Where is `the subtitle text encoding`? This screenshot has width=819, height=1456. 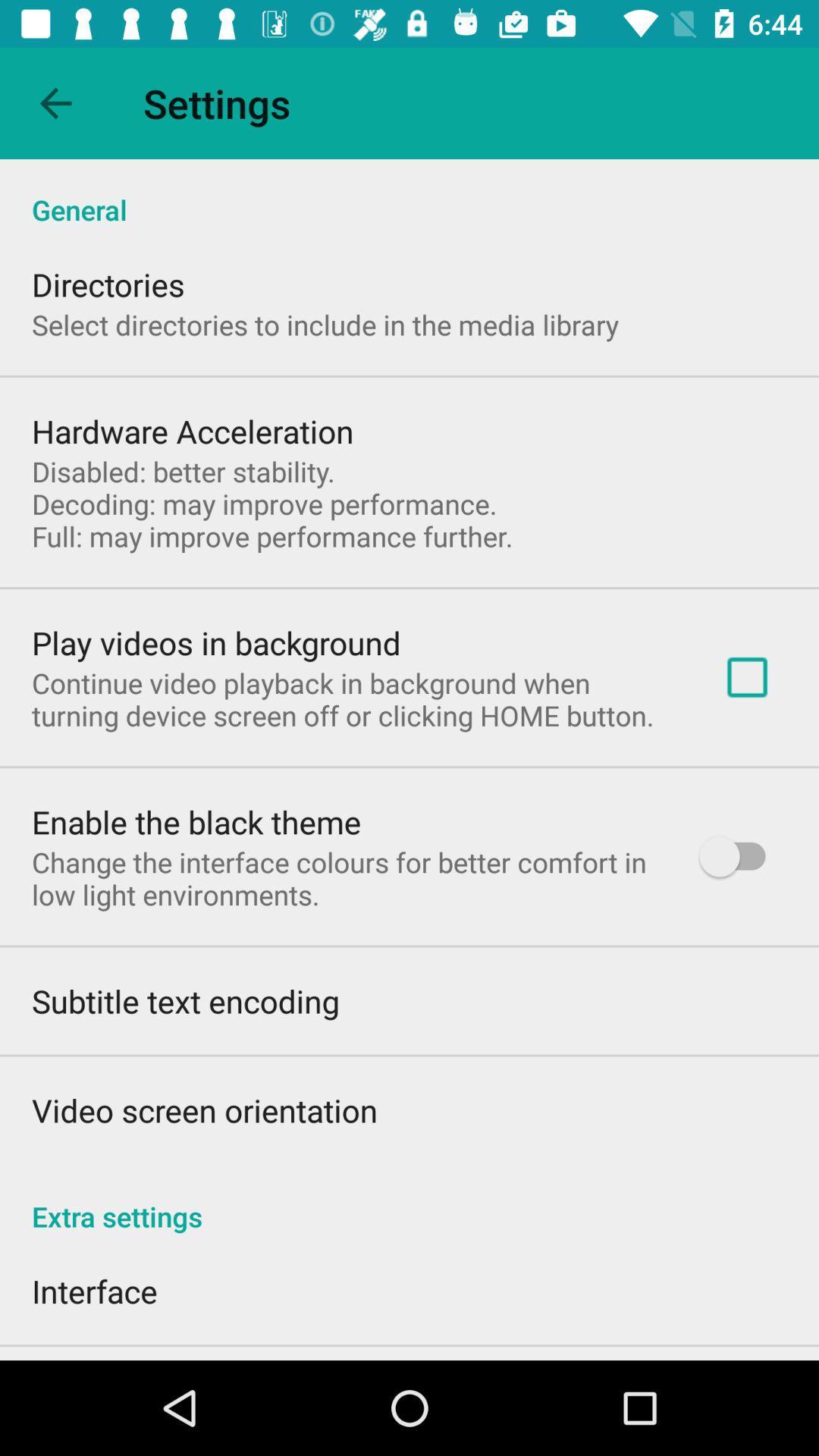
the subtitle text encoding is located at coordinates (184, 1001).